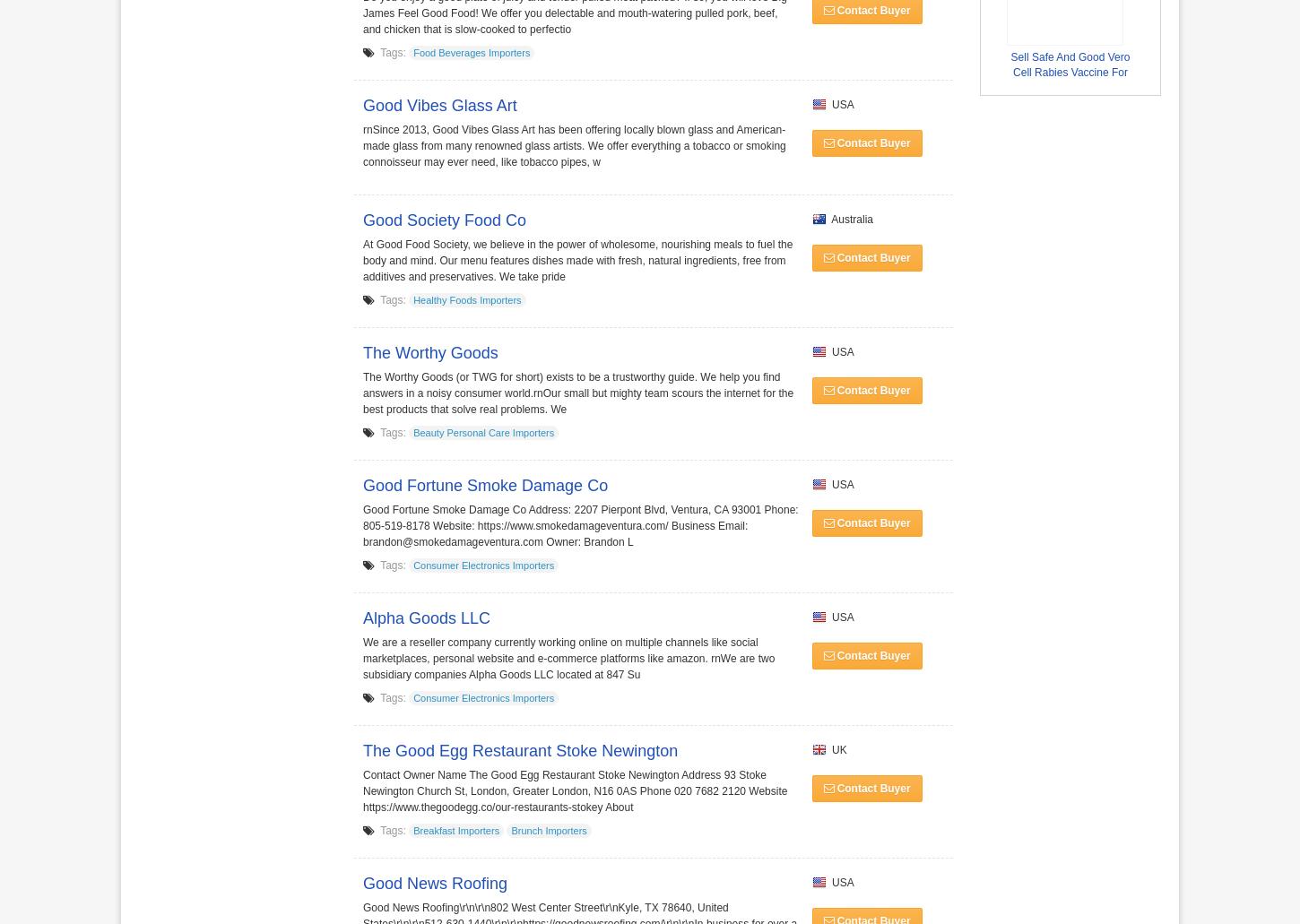  I want to click on 'The Worthy Goods (or TWG for short) exists to be a trustworthy guide. We help you find answers in a noisy consumer world.rnOur small but mighty team scours the internet for the best products that solve real problems. We', so click(576, 393).